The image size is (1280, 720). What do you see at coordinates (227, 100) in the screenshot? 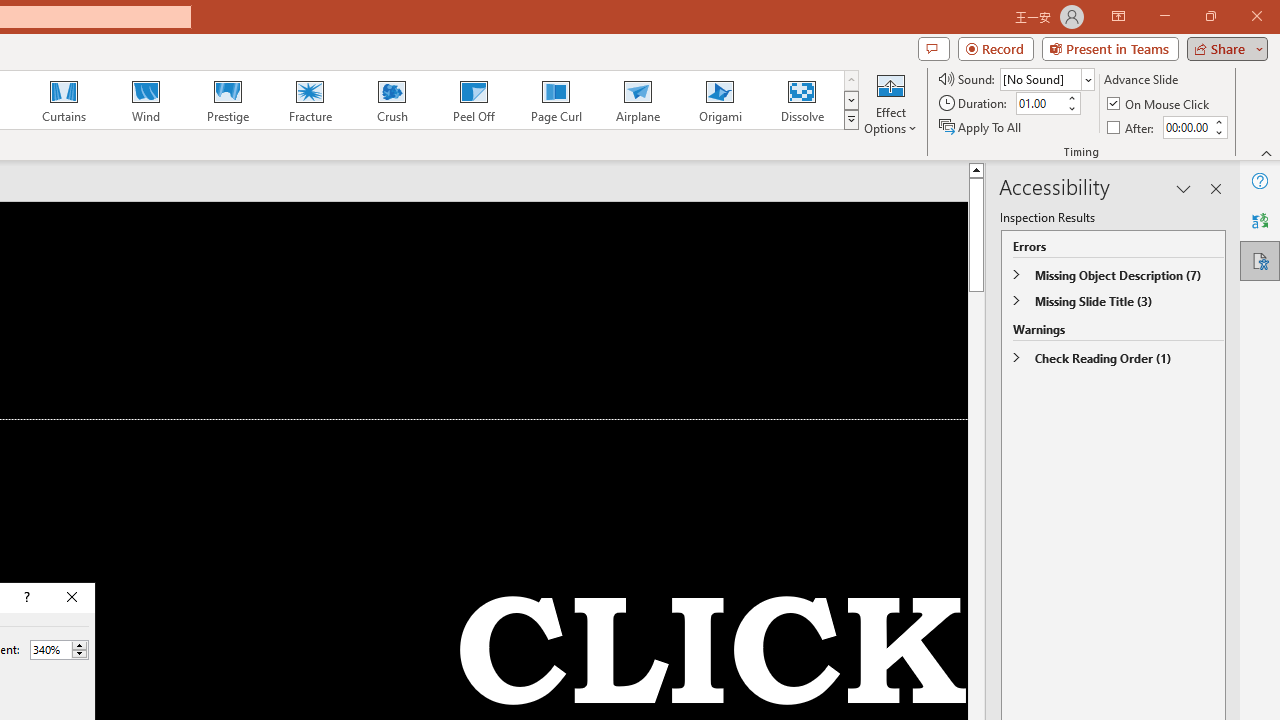
I see `'Prestige'` at bounding box center [227, 100].